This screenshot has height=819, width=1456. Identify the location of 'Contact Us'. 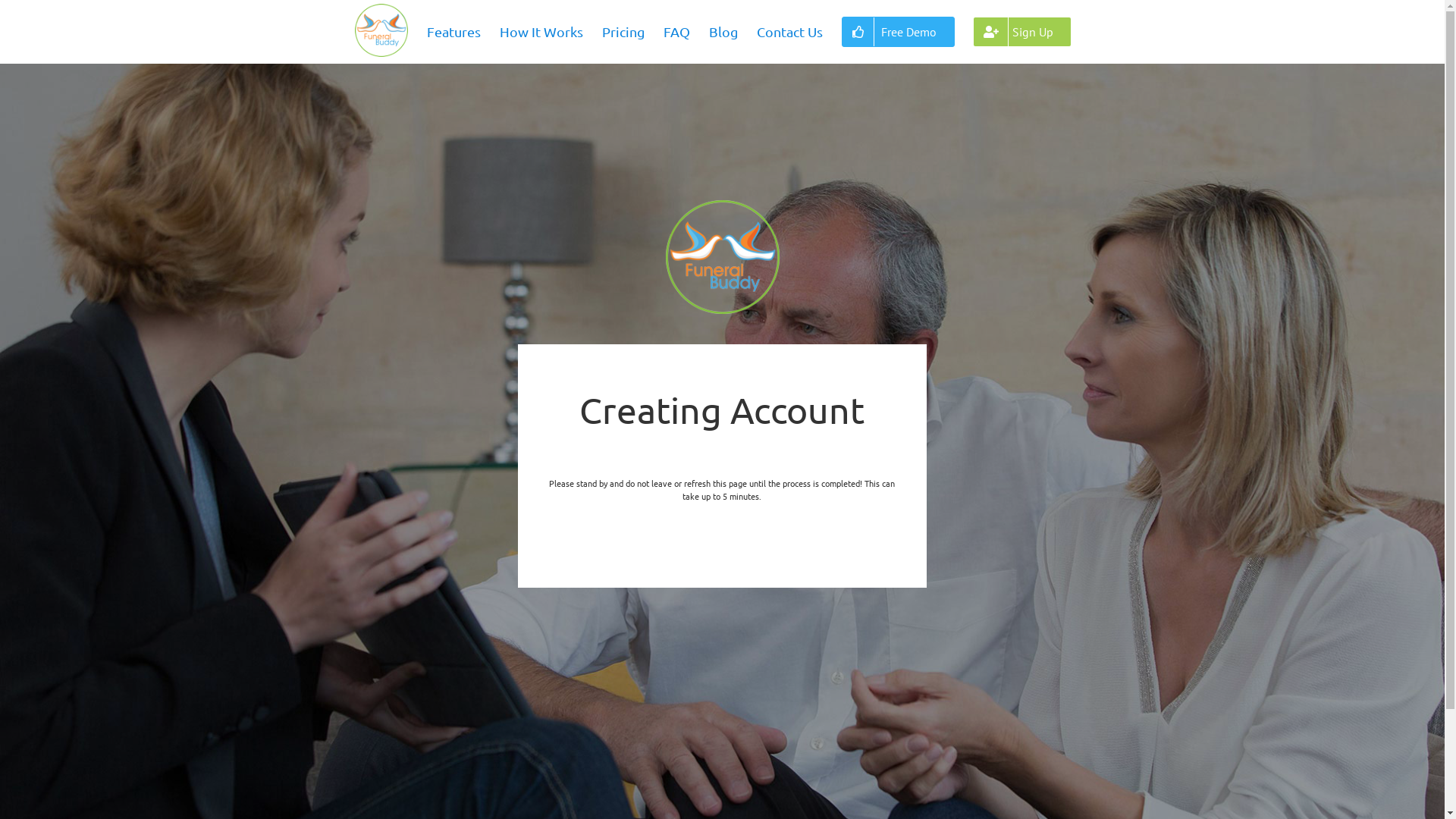
(789, 32).